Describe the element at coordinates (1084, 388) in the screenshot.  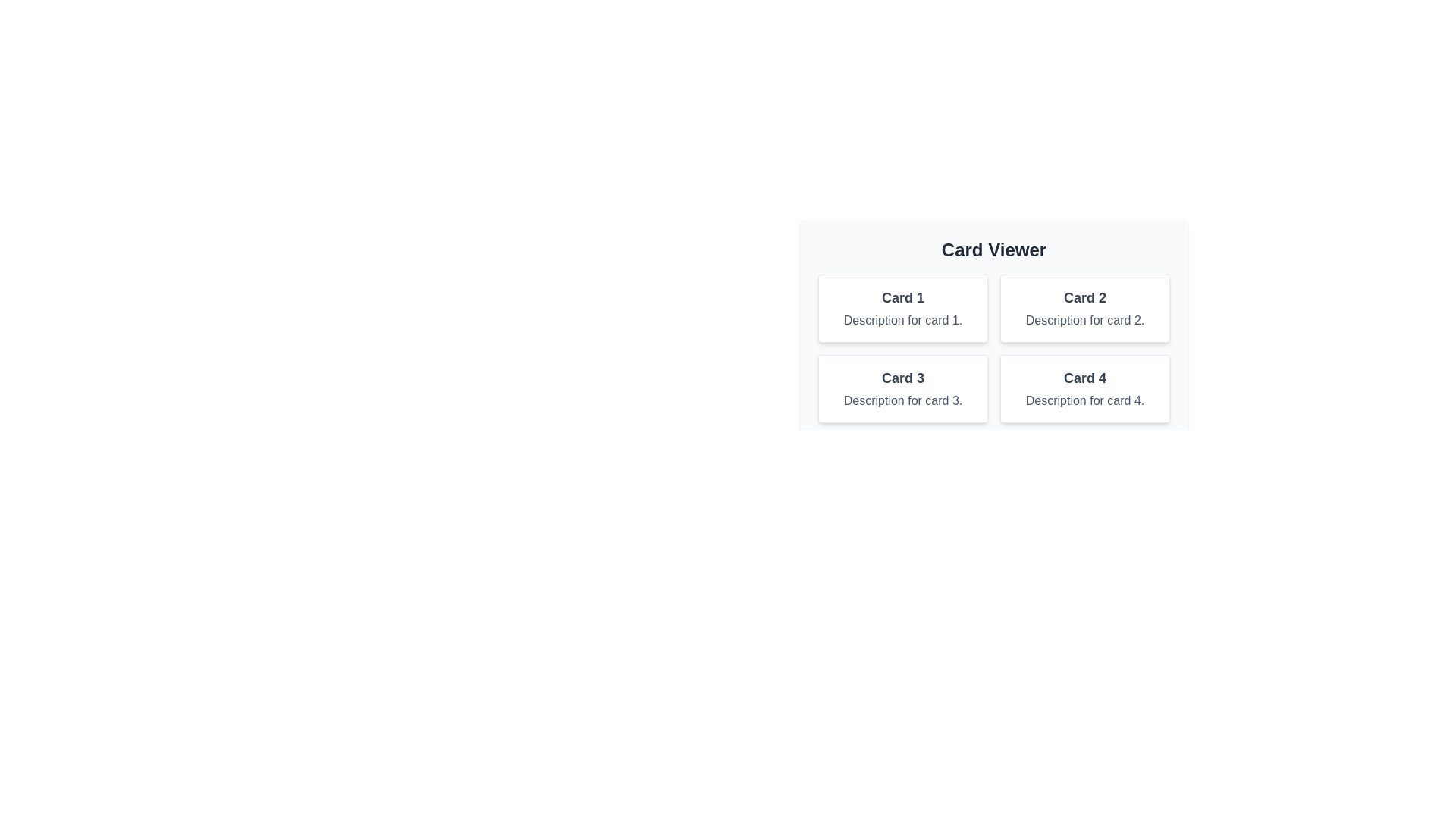
I see `the information presented by the descriptive card located in the lower-right corner of a grid layout, specifically 'Card 4'` at that location.